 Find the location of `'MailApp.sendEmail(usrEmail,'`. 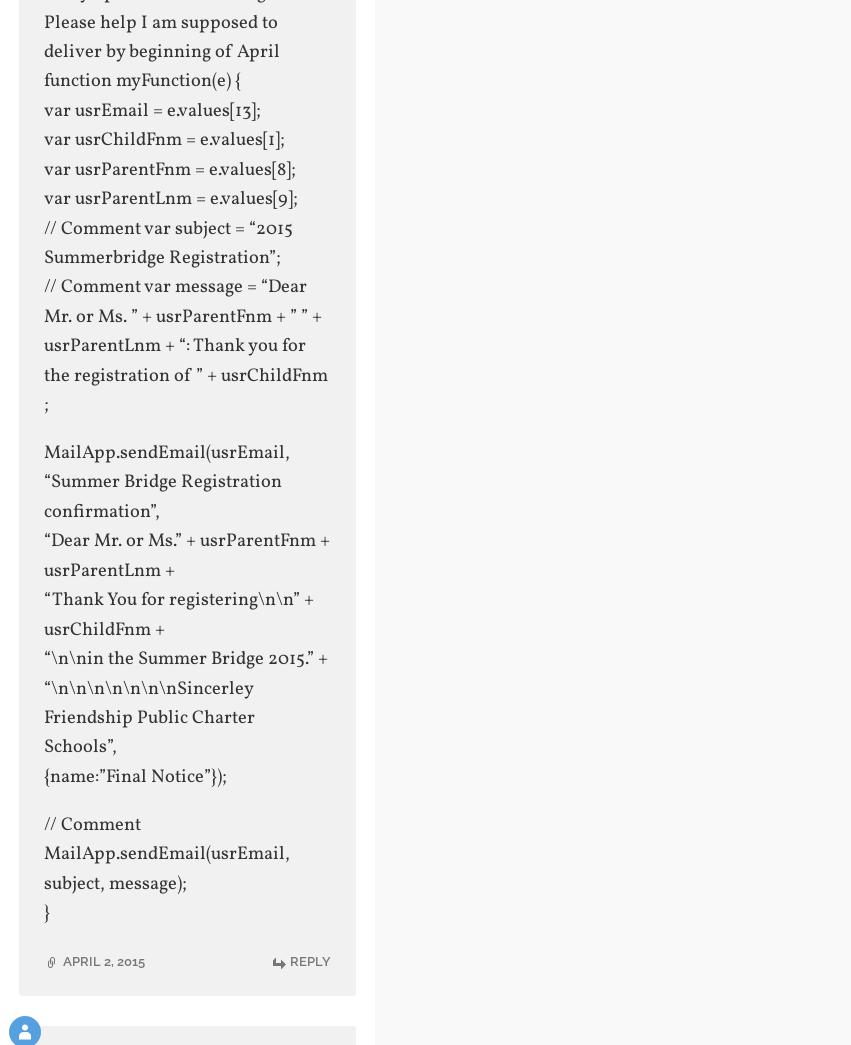

'MailApp.sendEmail(usrEmail,' is located at coordinates (165, 453).